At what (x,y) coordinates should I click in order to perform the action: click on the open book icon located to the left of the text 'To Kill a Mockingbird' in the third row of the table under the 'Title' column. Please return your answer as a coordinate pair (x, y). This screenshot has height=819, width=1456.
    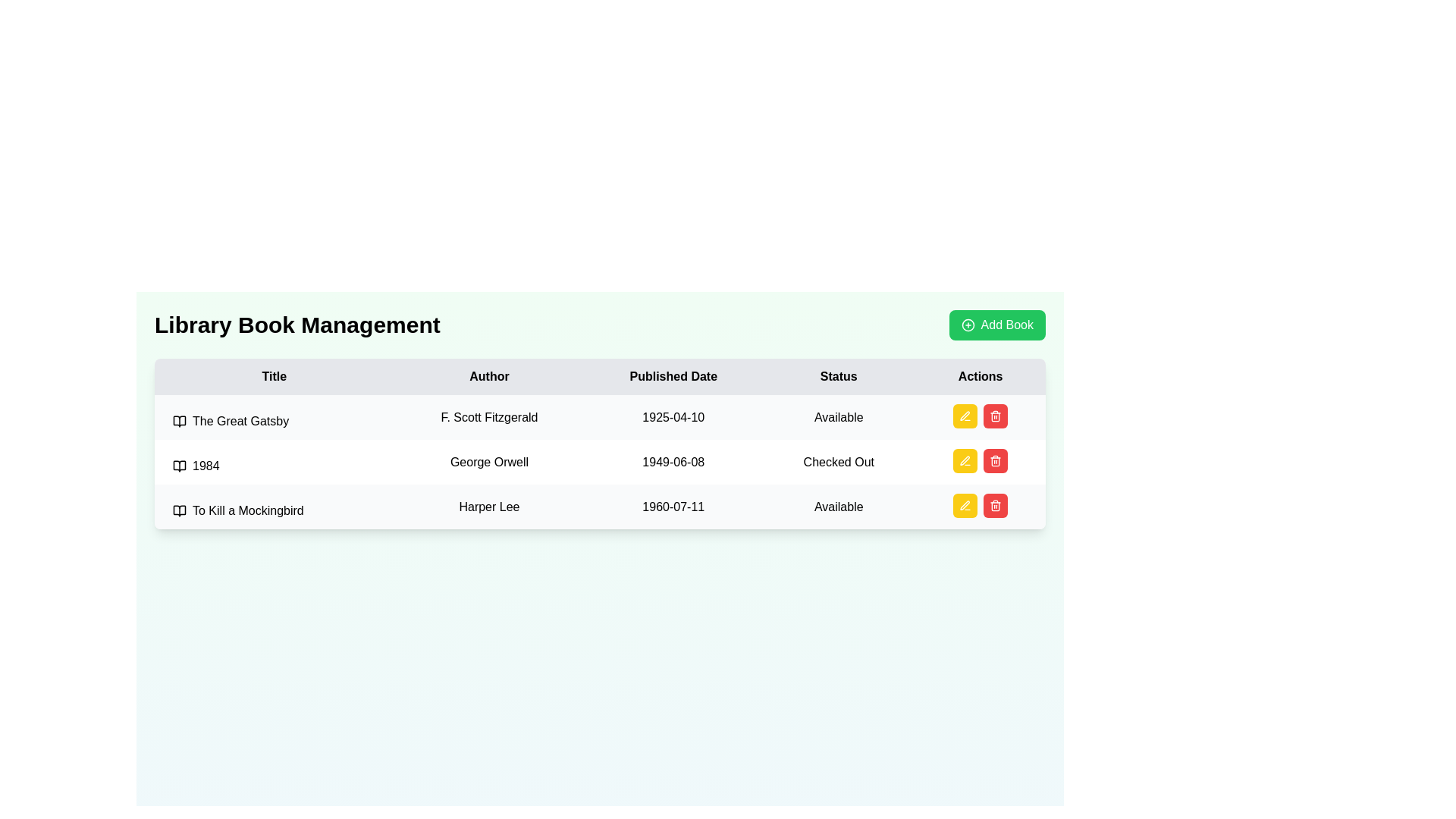
    Looking at the image, I should click on (179, 511).